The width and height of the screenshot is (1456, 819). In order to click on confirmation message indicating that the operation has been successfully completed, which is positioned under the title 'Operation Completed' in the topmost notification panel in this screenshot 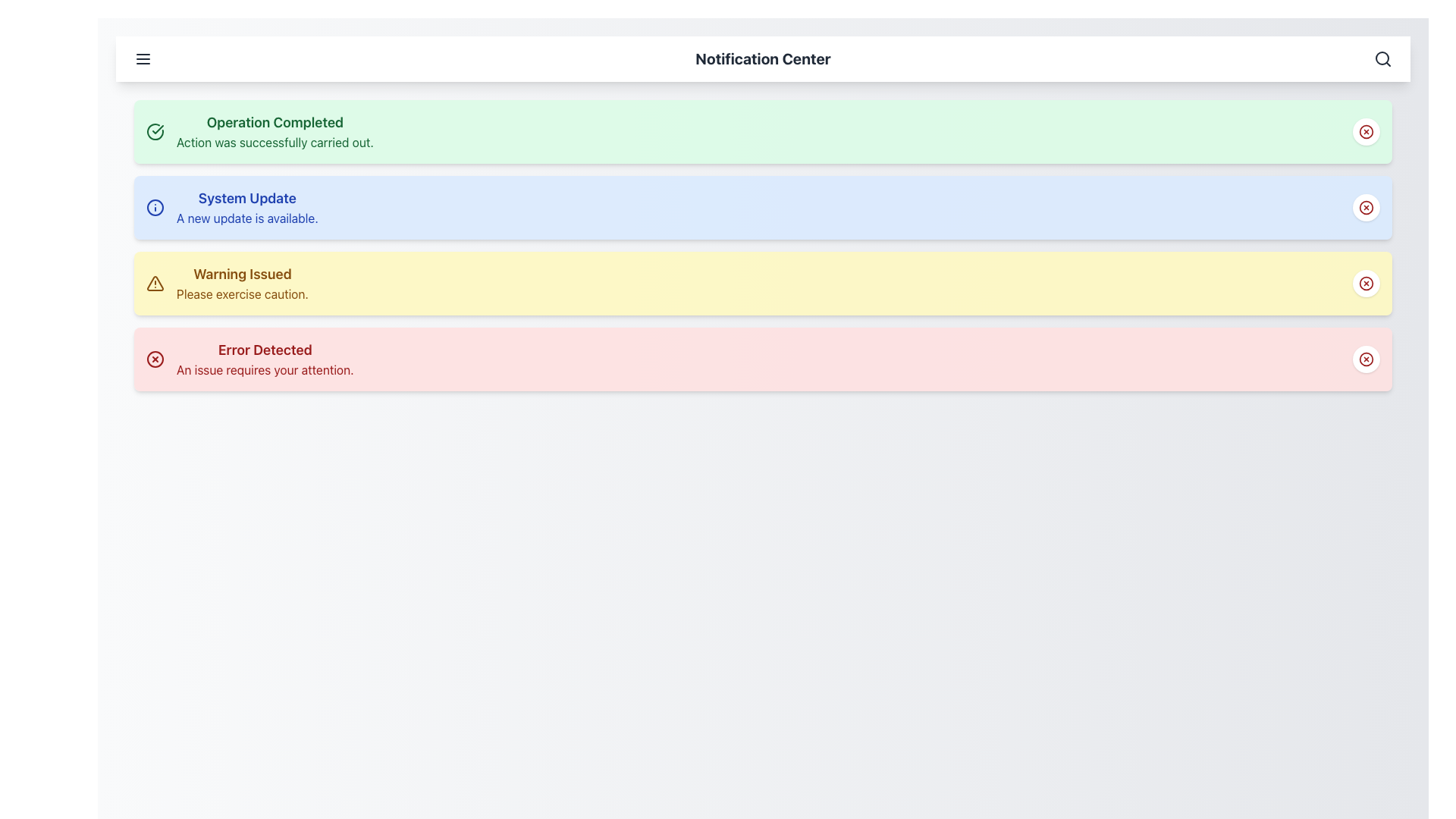, I will do `click(275, 143)`.